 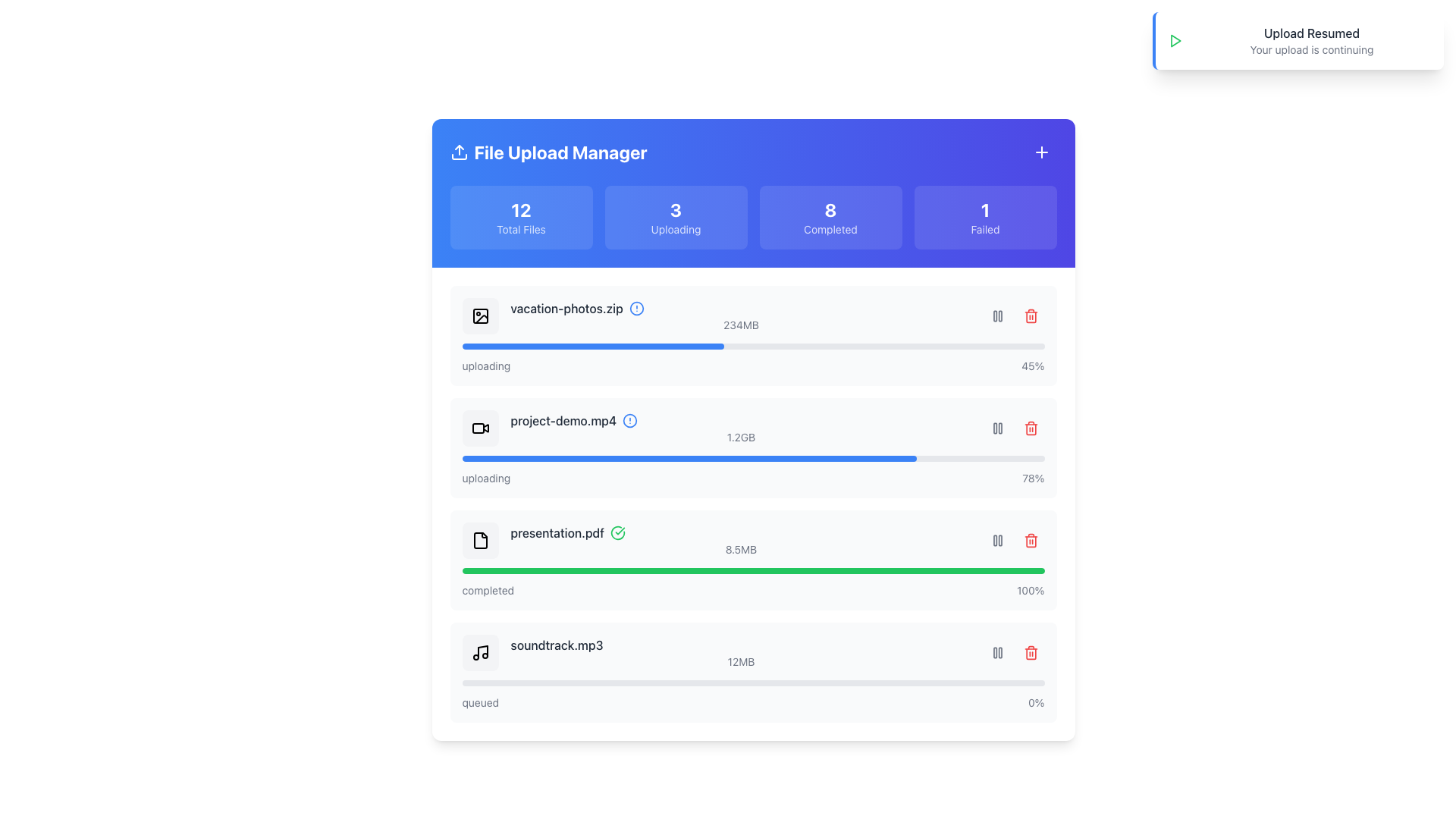 What do you see at coordinates (753, 458) in the screenshot?
I see `the horizontal progress bar indicating the upload status for 'project-demo.mp4' located below the file size '1.2GB'` at bounding box center [753, 458].